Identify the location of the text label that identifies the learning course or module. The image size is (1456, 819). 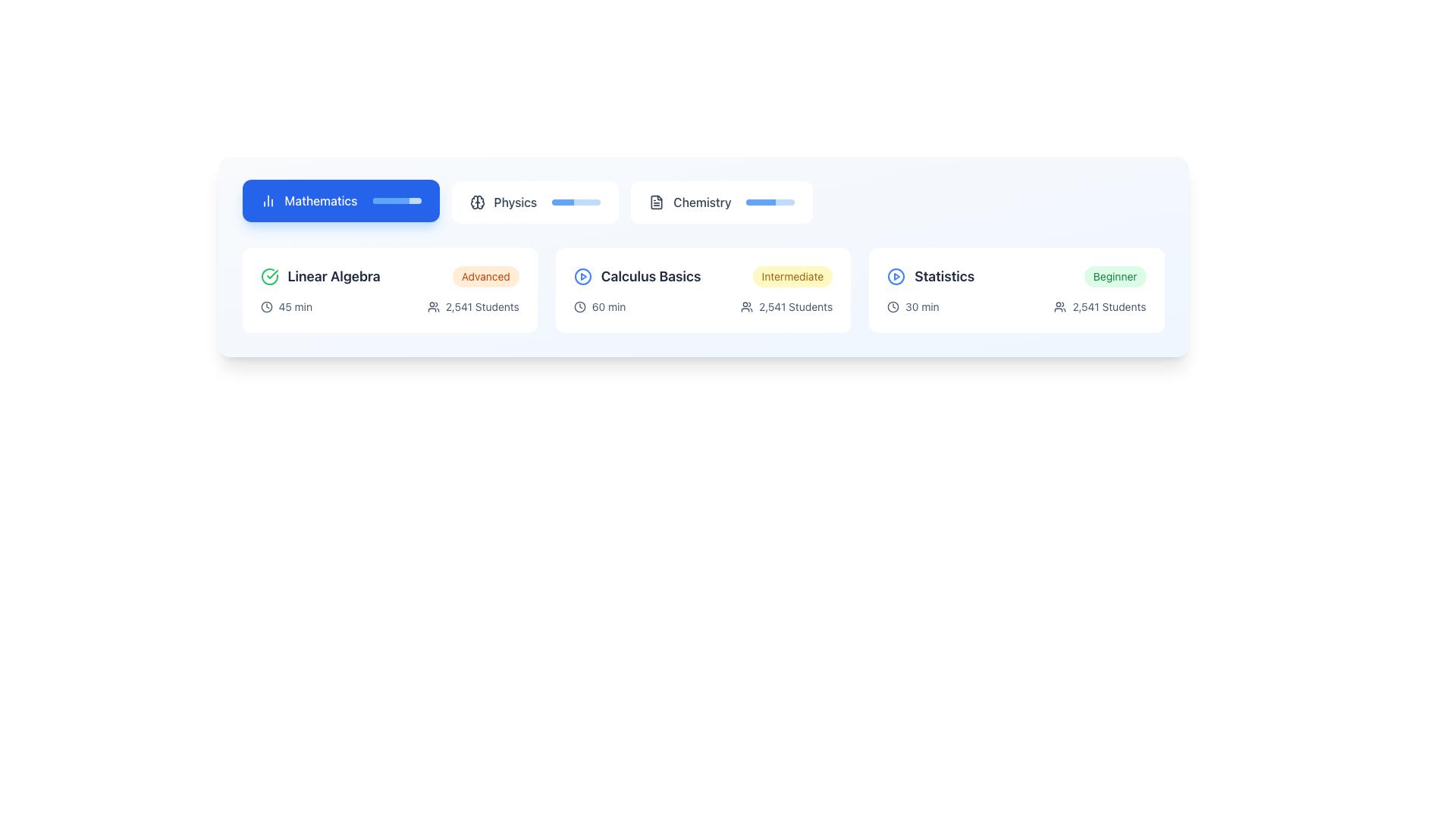
(651, 277).